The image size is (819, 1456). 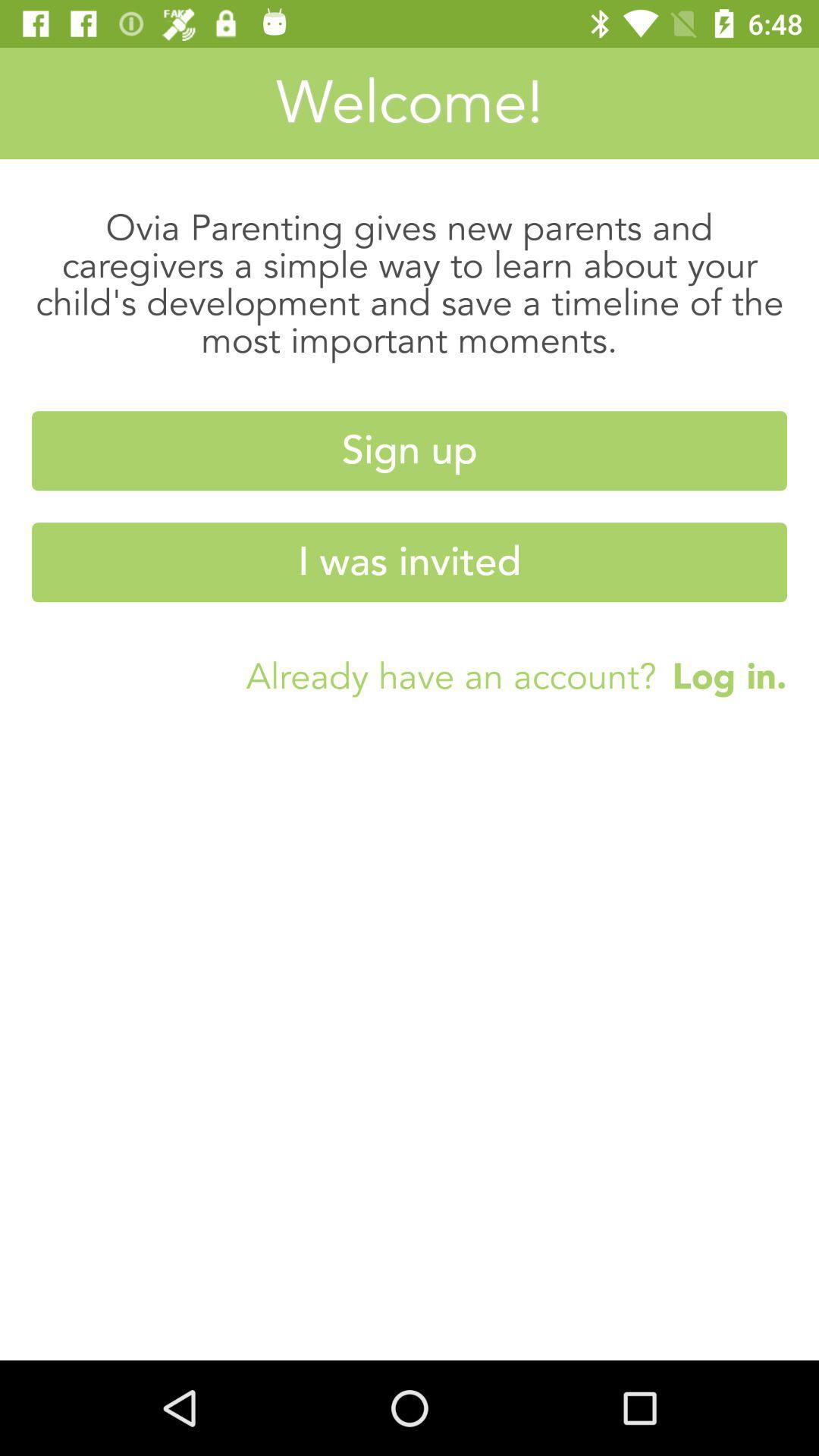 What do you see at coordinates (409, 561) in the screenshot?
I see `the icon above the log in. item` at bounding box center [409, 561].